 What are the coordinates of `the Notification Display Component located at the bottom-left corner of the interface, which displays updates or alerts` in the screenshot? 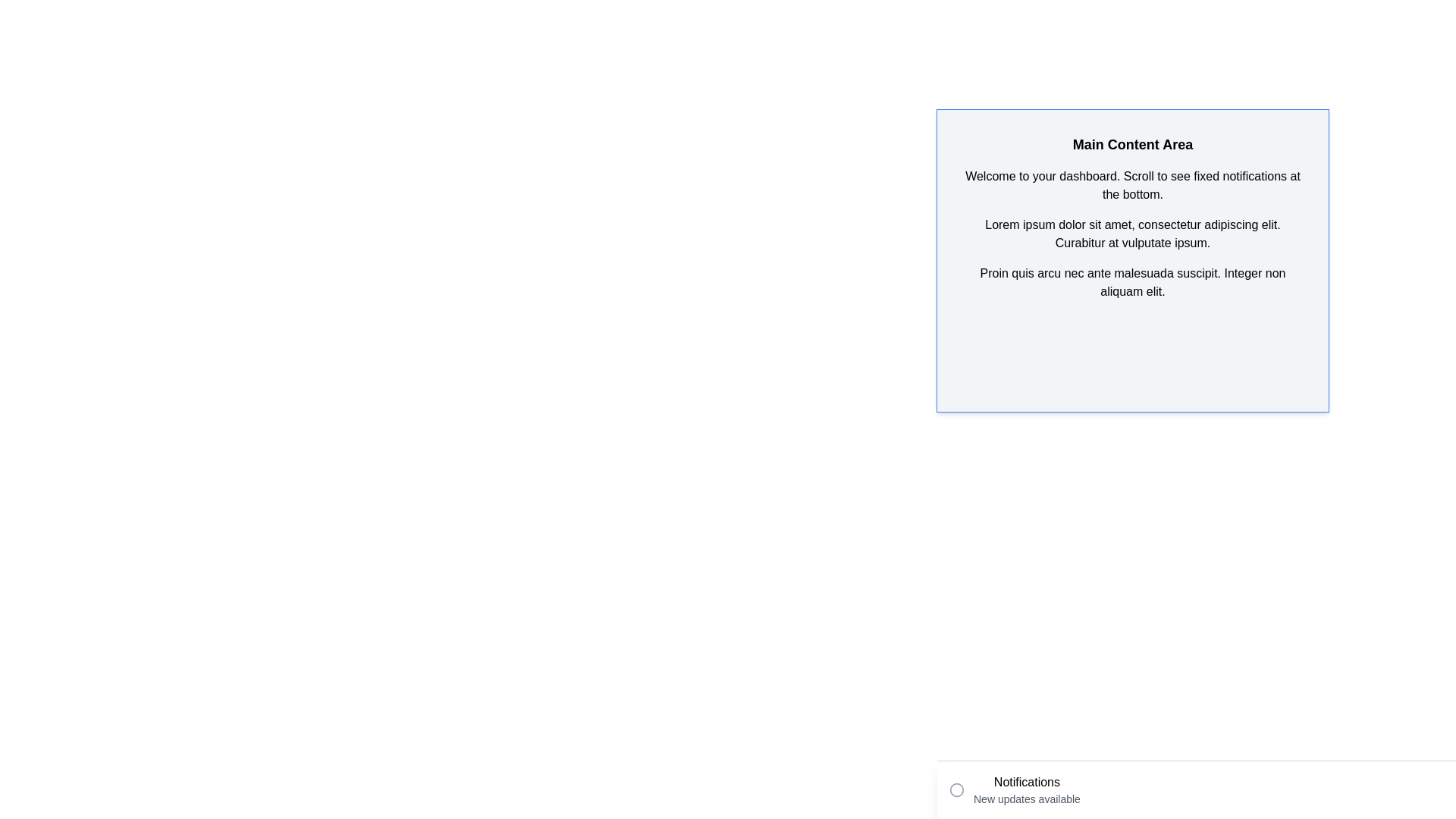 It's located at (1015, 789).